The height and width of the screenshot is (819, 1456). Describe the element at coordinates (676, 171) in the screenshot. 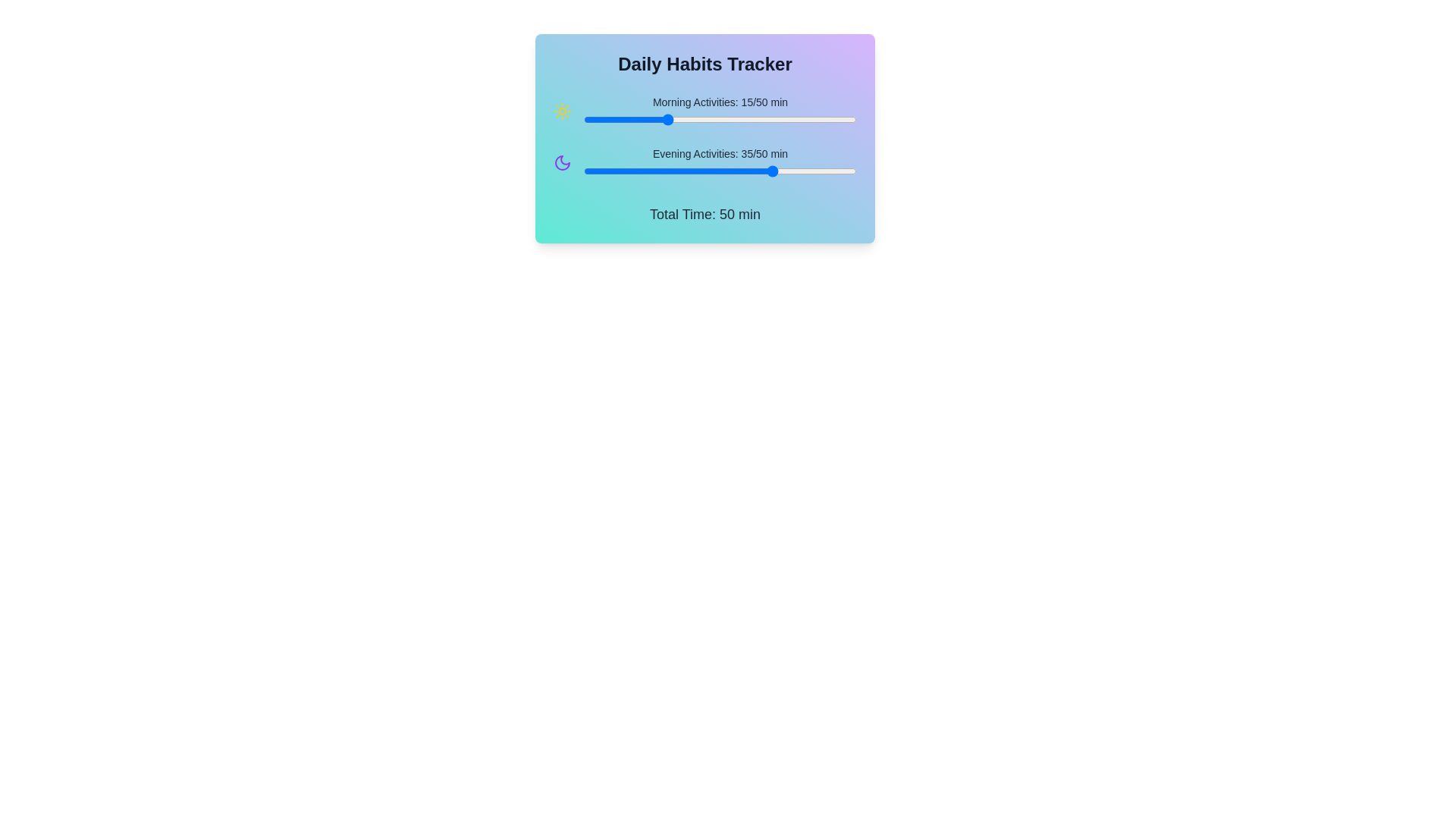

I see `evening activity time` at that location.